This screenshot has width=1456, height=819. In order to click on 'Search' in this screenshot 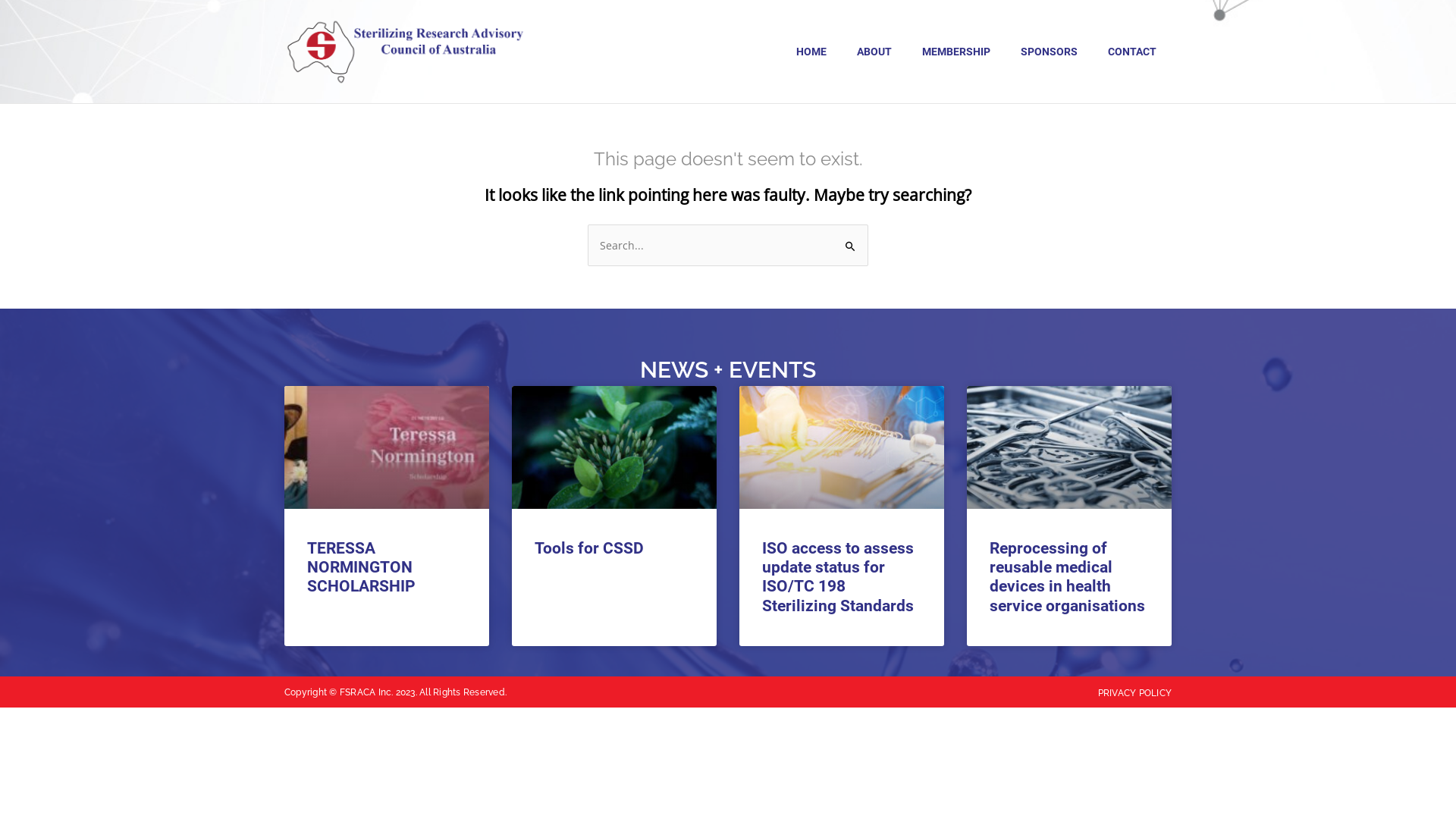, I will do `click(851, 239)`.